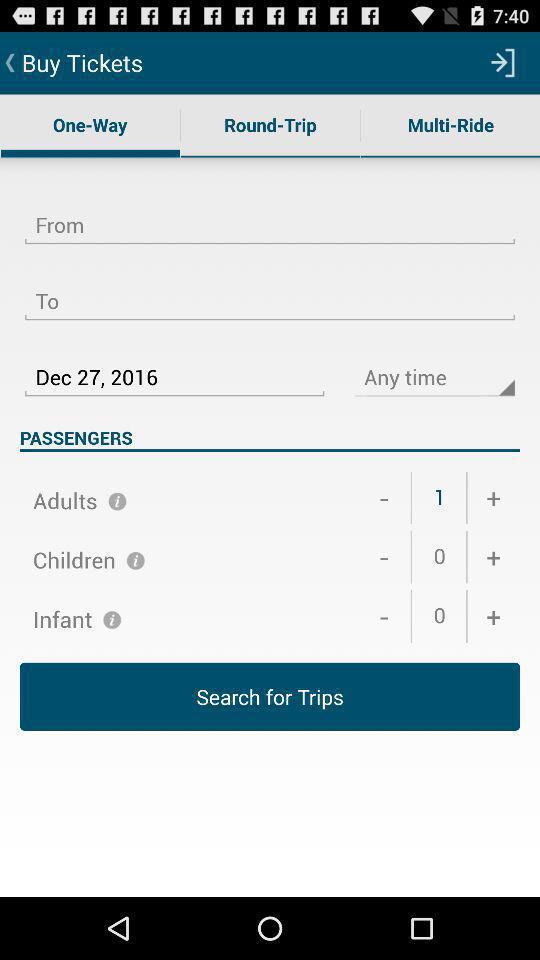 Image resolution: width=540 pixels, height=960 pixels. What do you see at coordinates (270, 213) in the screenshot?
I see `from text box` at bounding box center [270, 213].